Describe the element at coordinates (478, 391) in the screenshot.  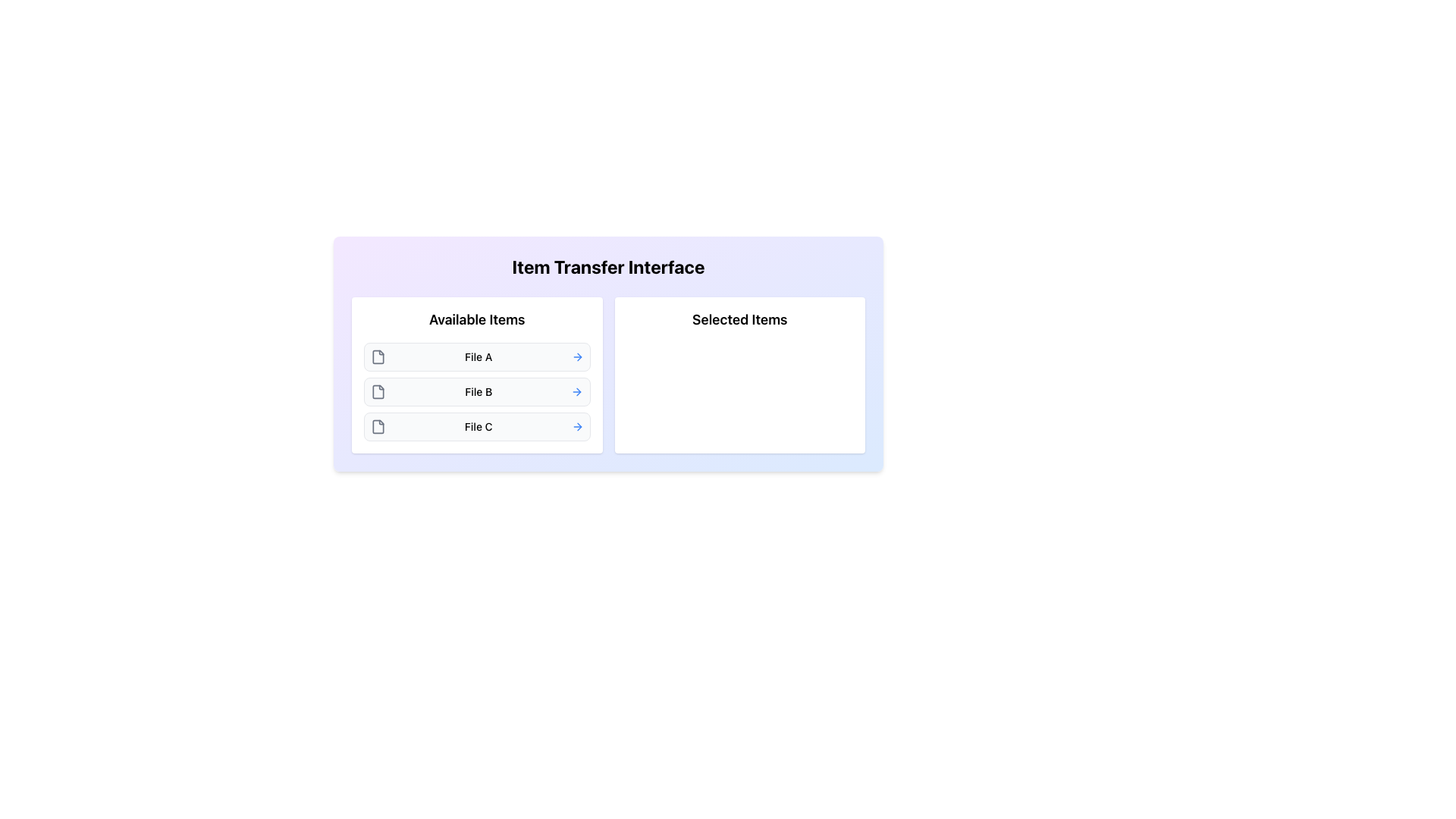
I see `label of the text element displaying 'File B' in the Item Transfer Interface, which is the second entry in the list of files` at that location.